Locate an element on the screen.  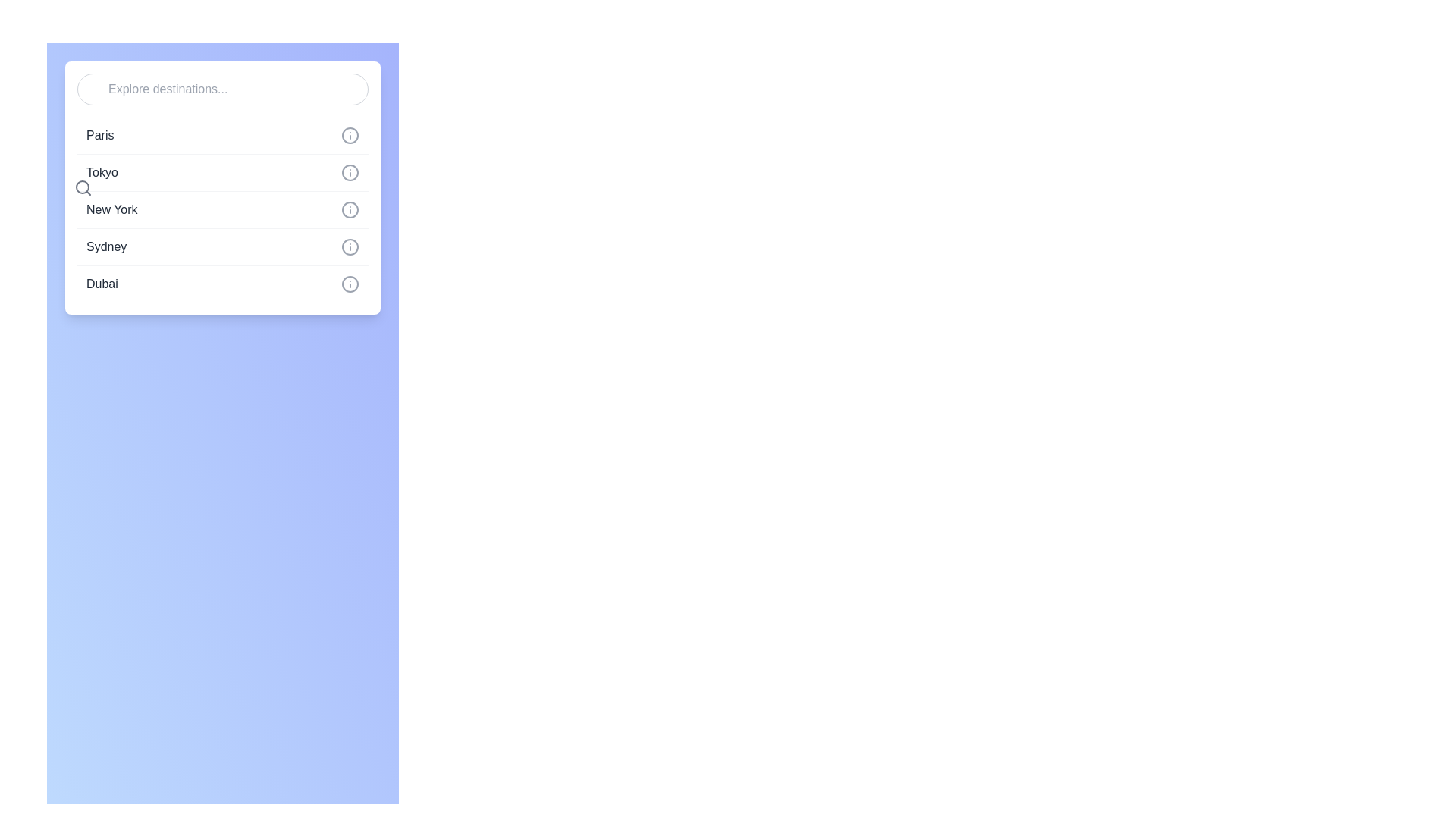
the 'info' icon located to the far right of the 'Sydney' list item to retrieve additional information is located at coordinates (349, 246).